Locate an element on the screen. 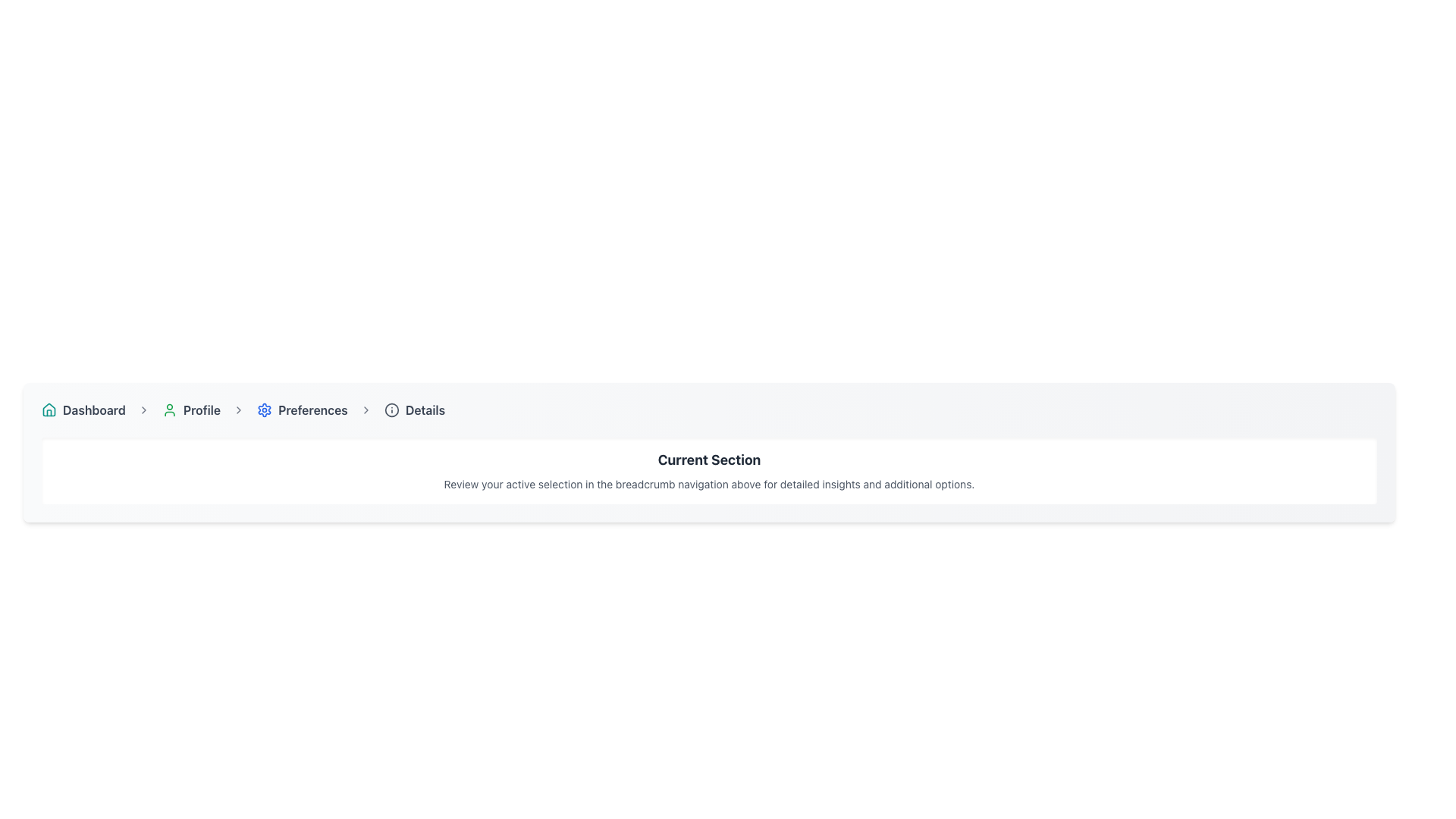 The height and width of the screenshot is (819, 1456). the explanatory text element that provides guidance related to the section, positioned directly underneath the 'Current Section' title is located at coordinates (708, 485).